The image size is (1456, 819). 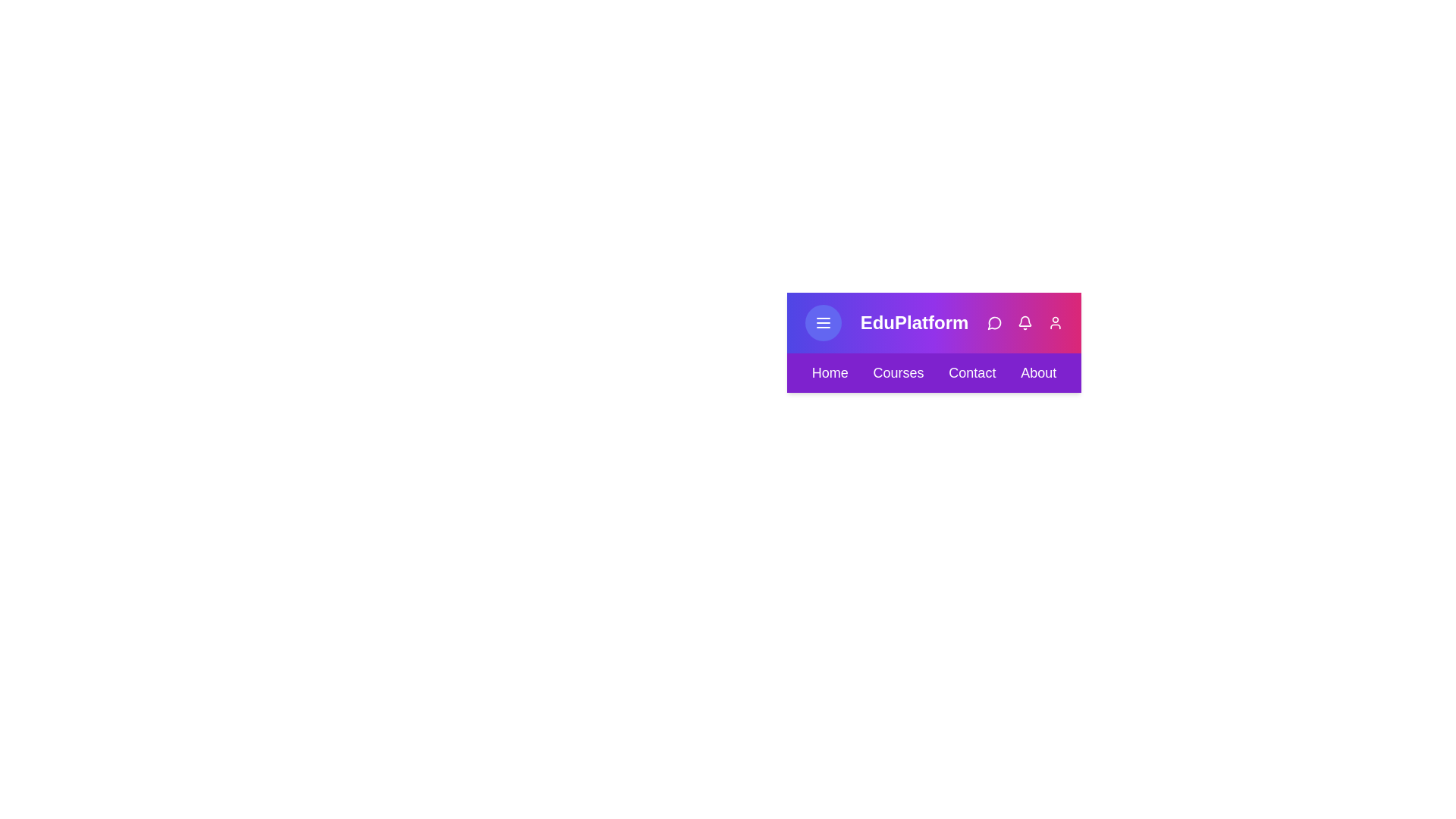 What do you see at coordinates (1055, 322) in the screenshot?
I see `the user icon in the action bar` at bounding box center [1055, 322].